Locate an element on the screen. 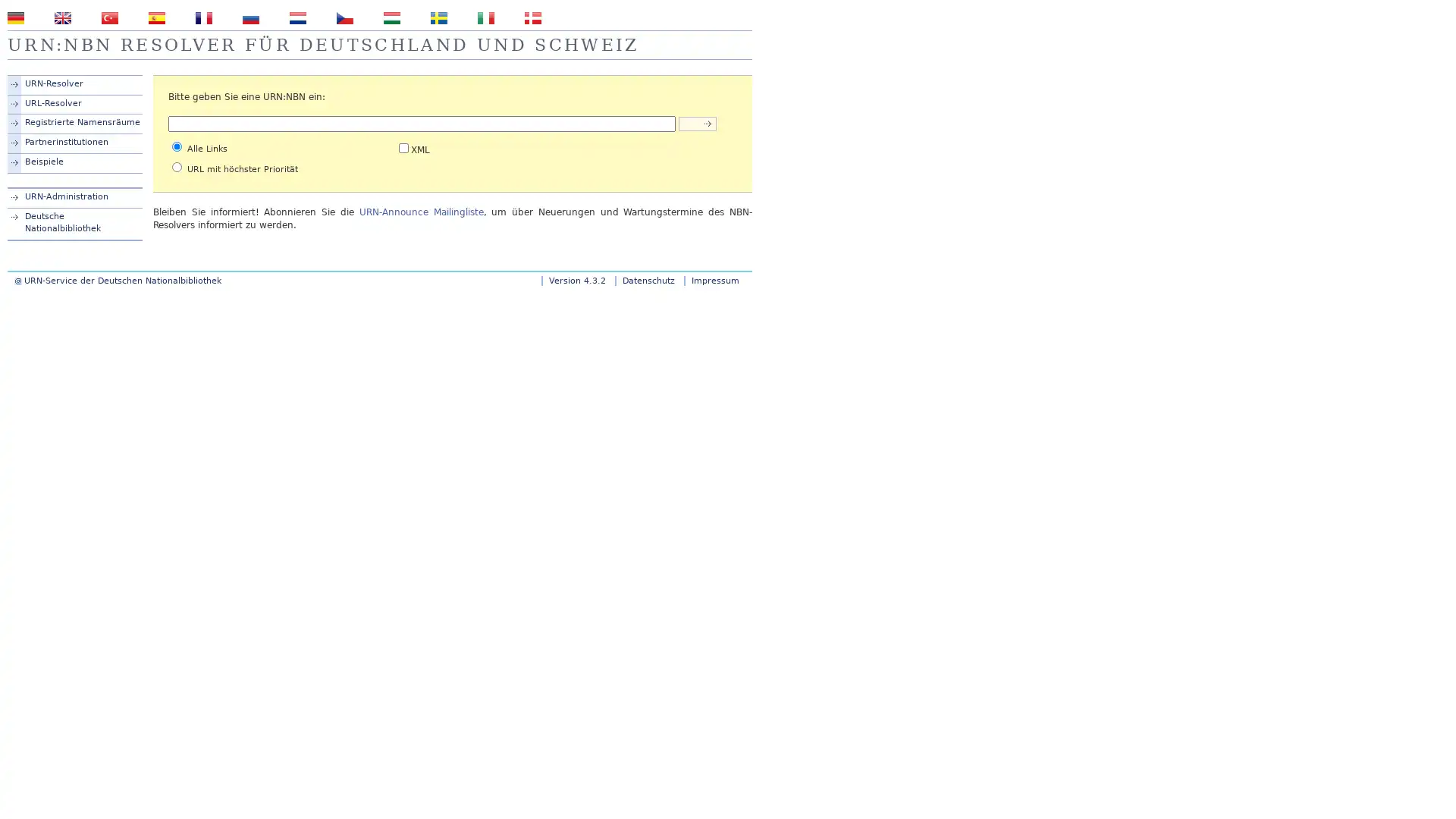  cz is located at coordinates (344, 17).